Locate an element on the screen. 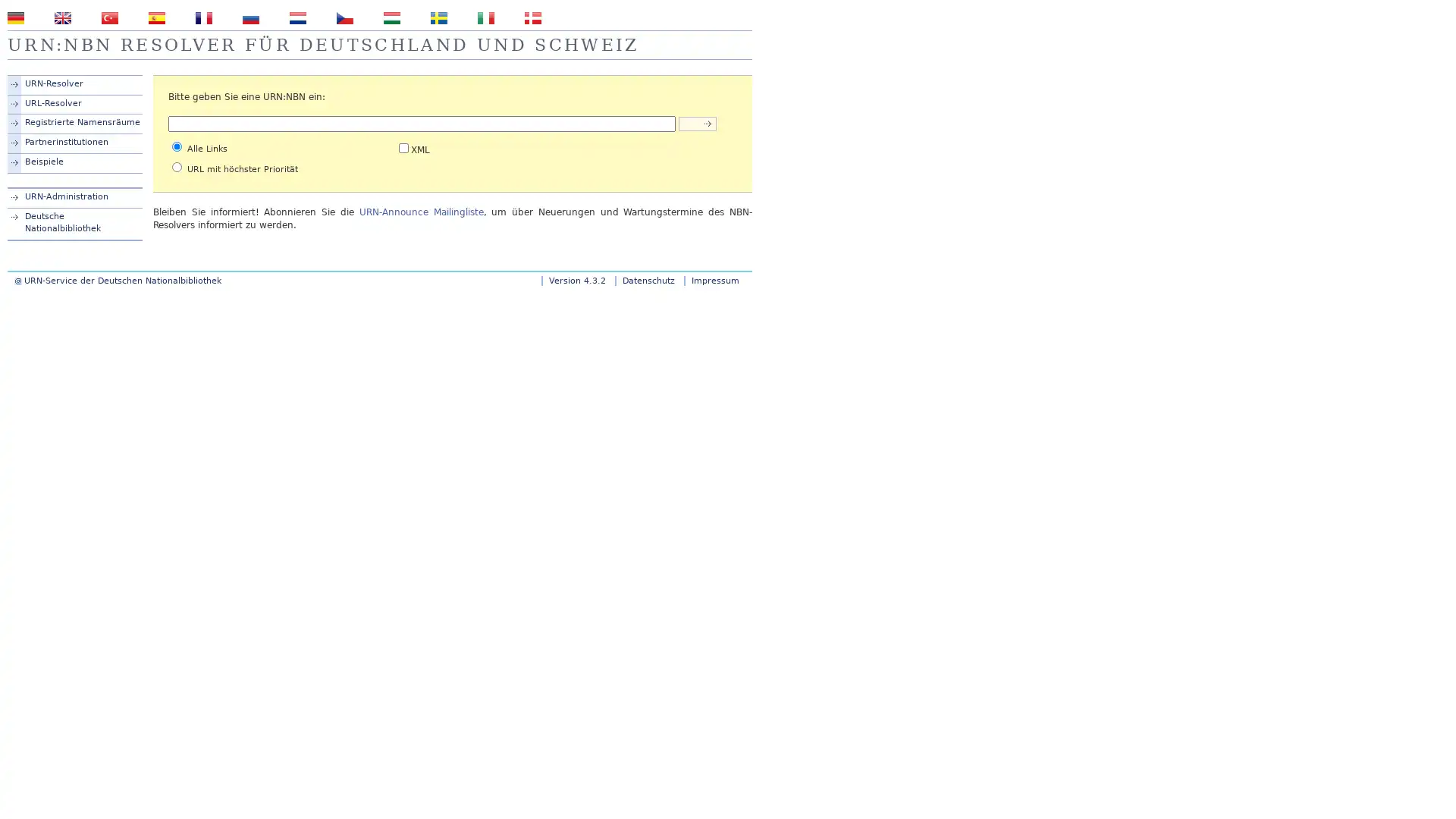  cz is located at coordinates (344, 17).